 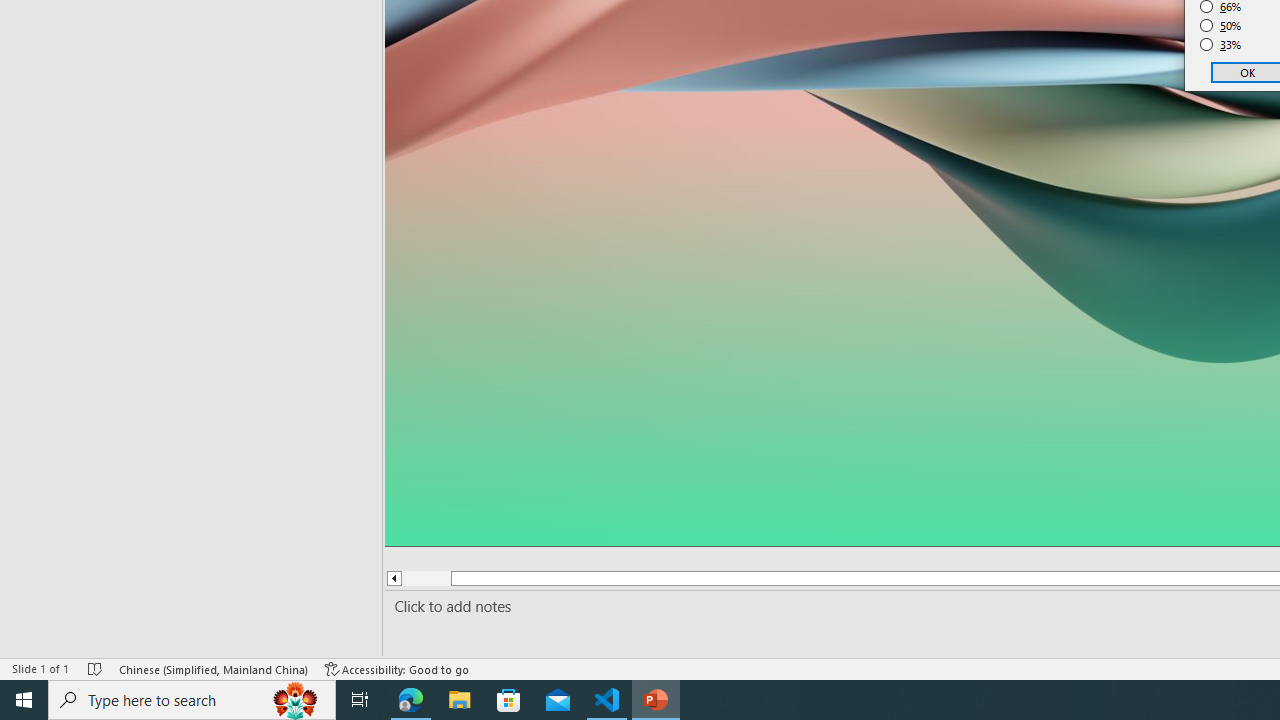 What do you see at coordinates (509, 698) in the screenshot?
I see `'Microsoft Store'` at bounding box center [509, 698].